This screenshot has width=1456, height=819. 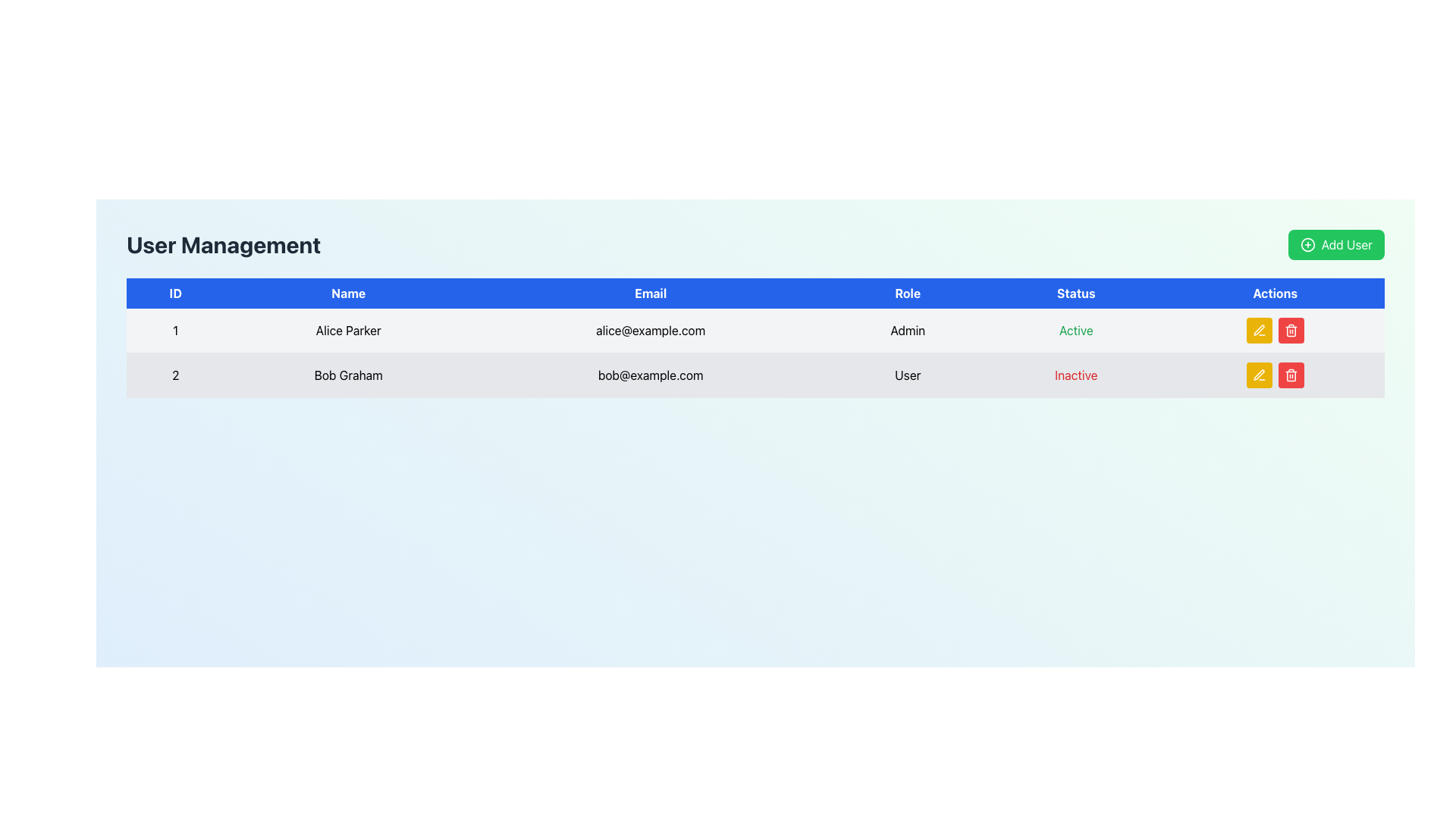 What do you see at coordinates (1259, 329) in the screenshot?
I see `the edit button in the 'Actions' column of the second row of the table, which is positioned directly to the right of the 'Status' column entry 'Inactive'` at bounding box center [1259, 329].